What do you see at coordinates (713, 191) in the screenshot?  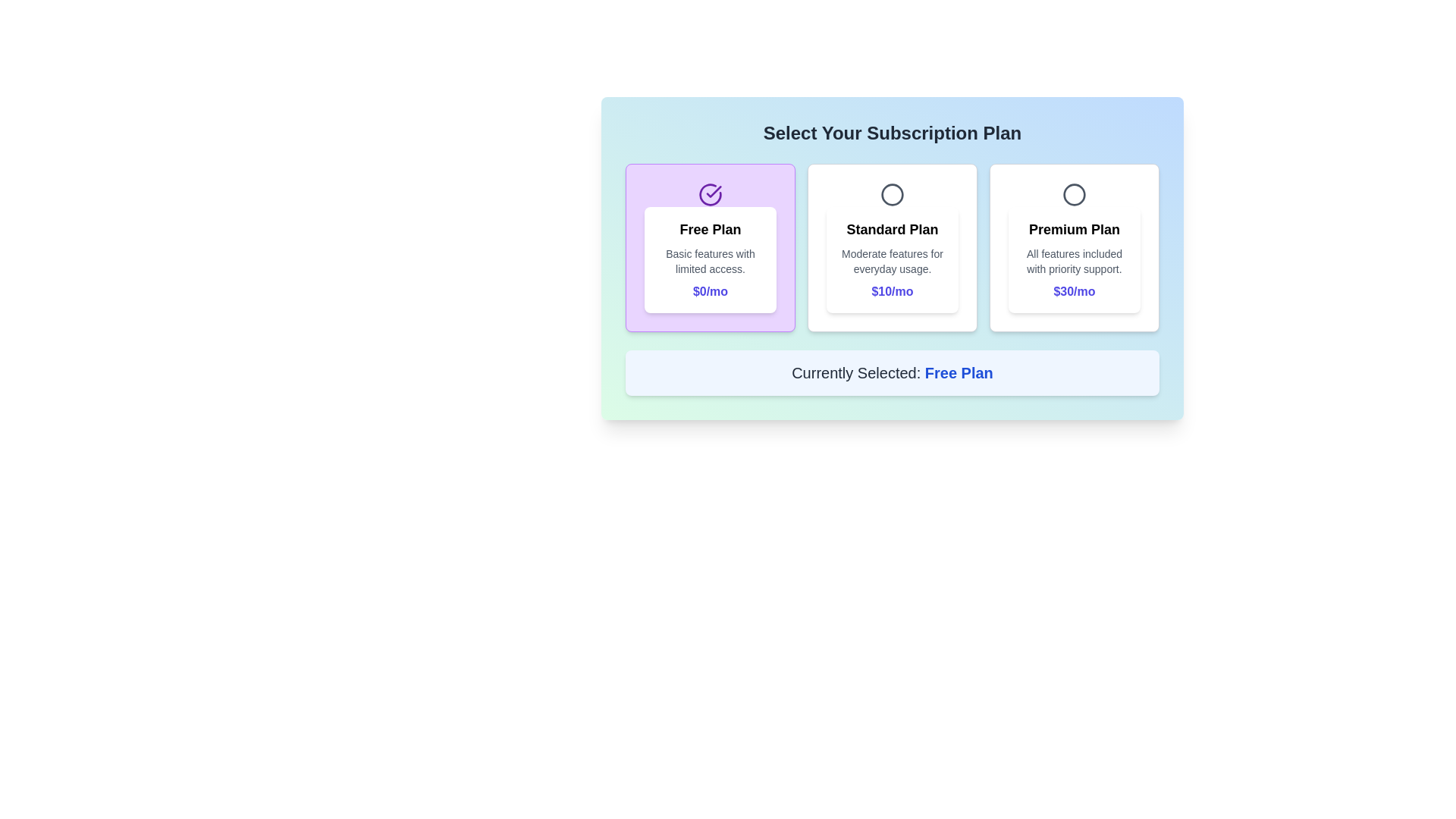 I see `the circular icon that signifies the selection of the 'Free Plan' subscription tier, located at the top-left of the 'Free Plan' card` at bounding box center [713, 191].